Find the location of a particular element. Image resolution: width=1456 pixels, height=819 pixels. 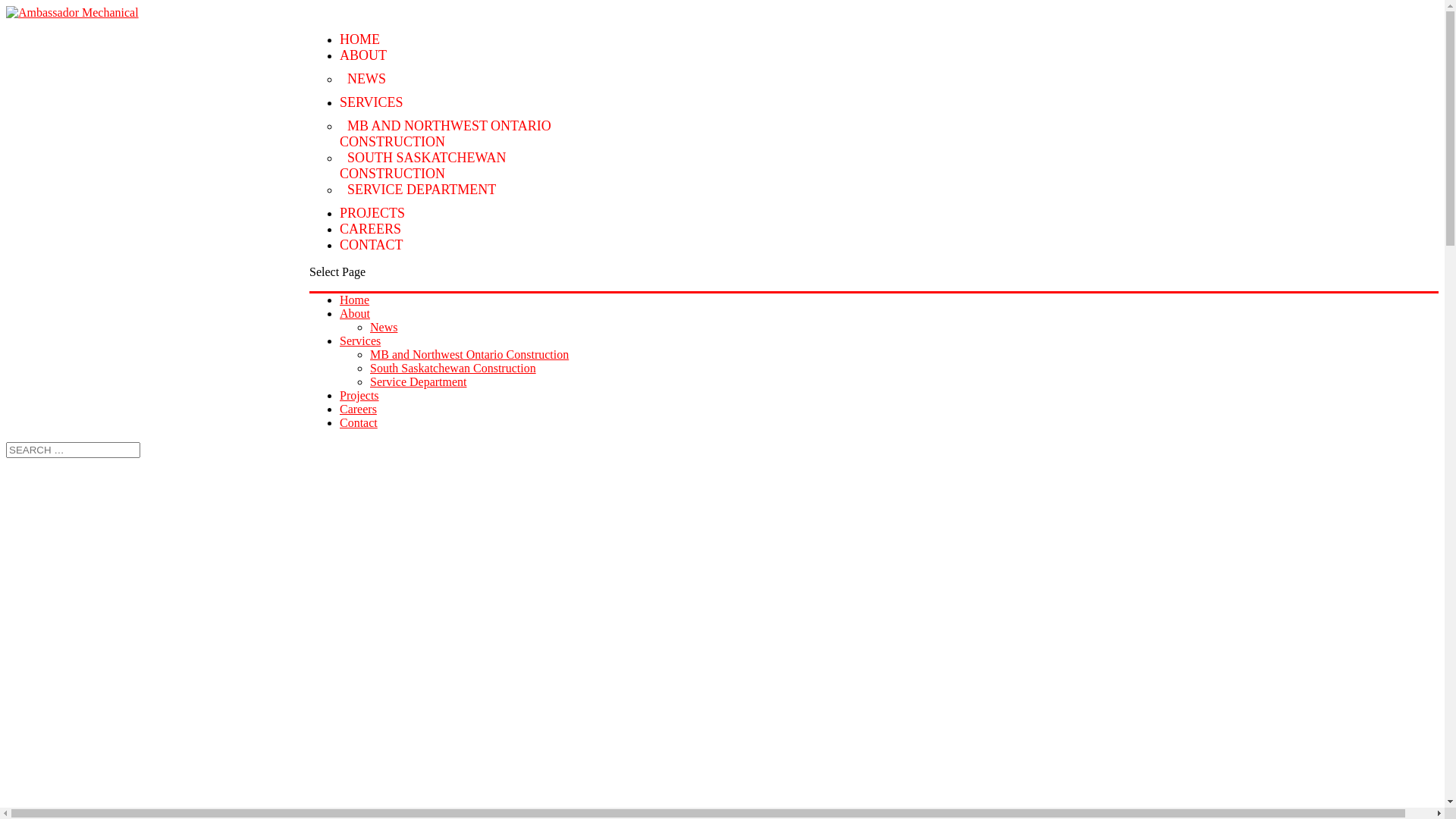

'Search for:' is located at coordinates (72, 449).